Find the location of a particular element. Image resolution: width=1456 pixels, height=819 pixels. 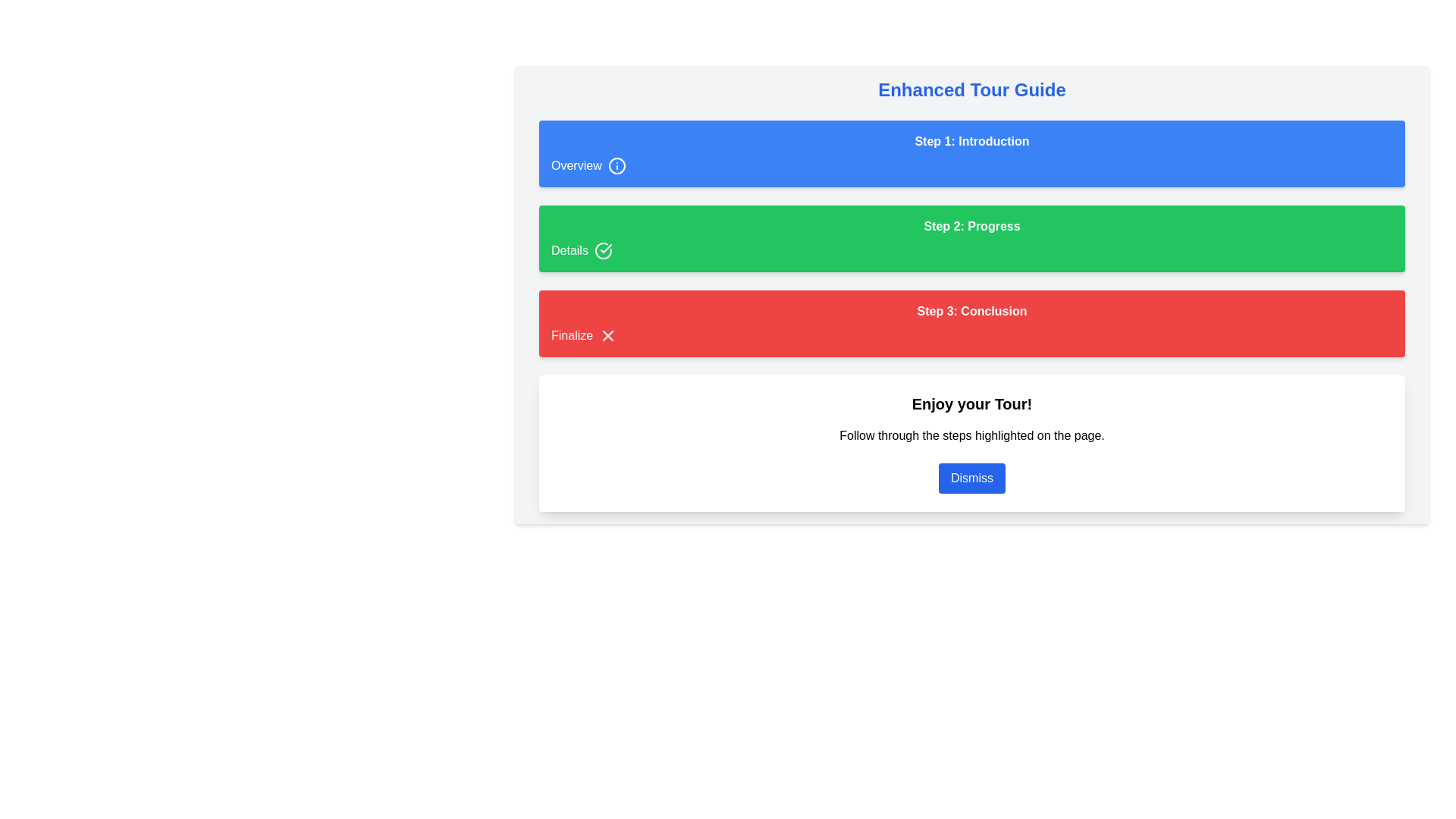

the Text Label at the top of the interface, which serves as a title or heading for the content below is located at coordinates (971, 90).